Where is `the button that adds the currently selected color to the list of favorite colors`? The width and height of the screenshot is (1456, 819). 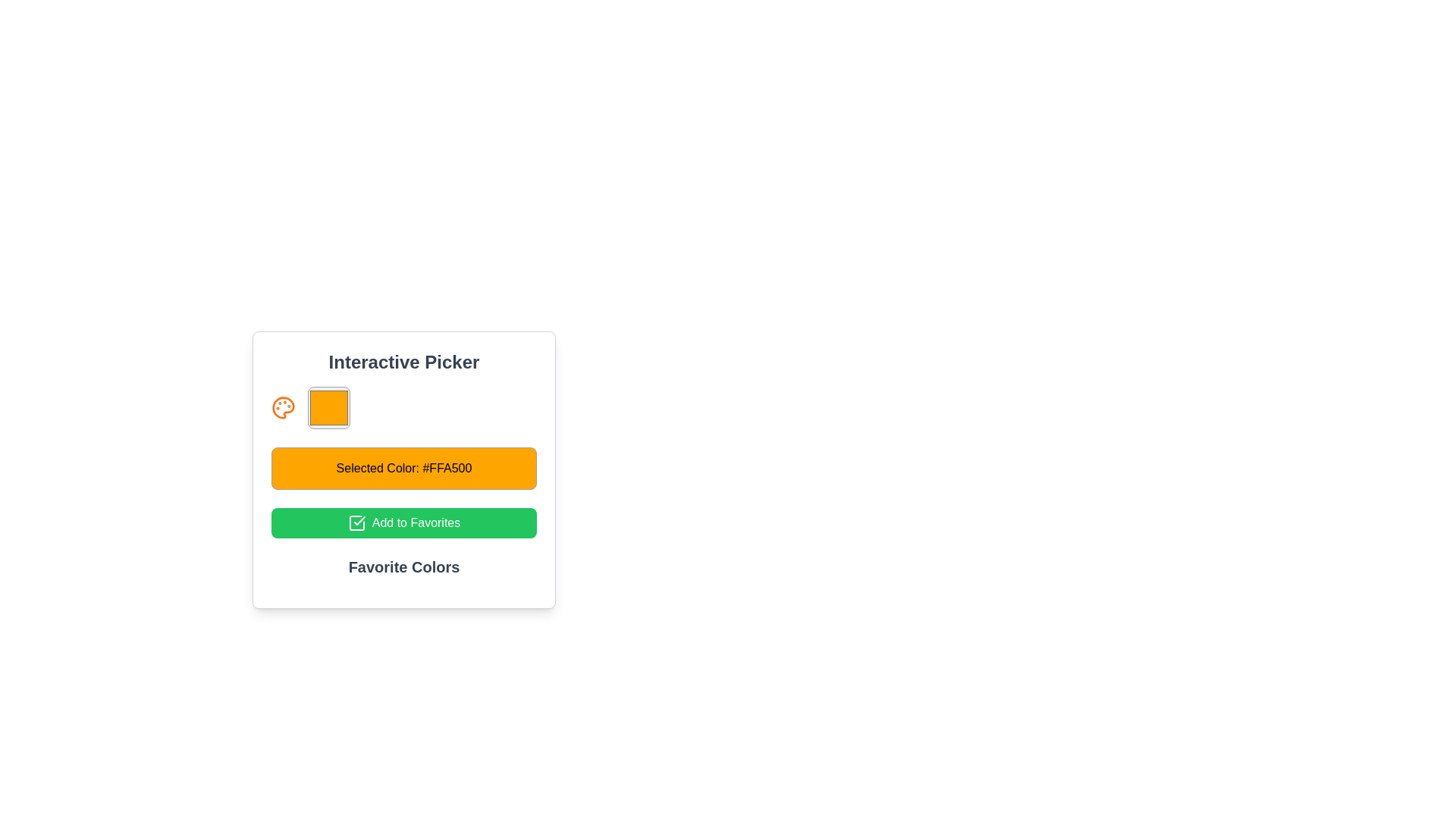 the button that adds the currently selected color to the list of favorite colors is located at coordinates (403, 522).